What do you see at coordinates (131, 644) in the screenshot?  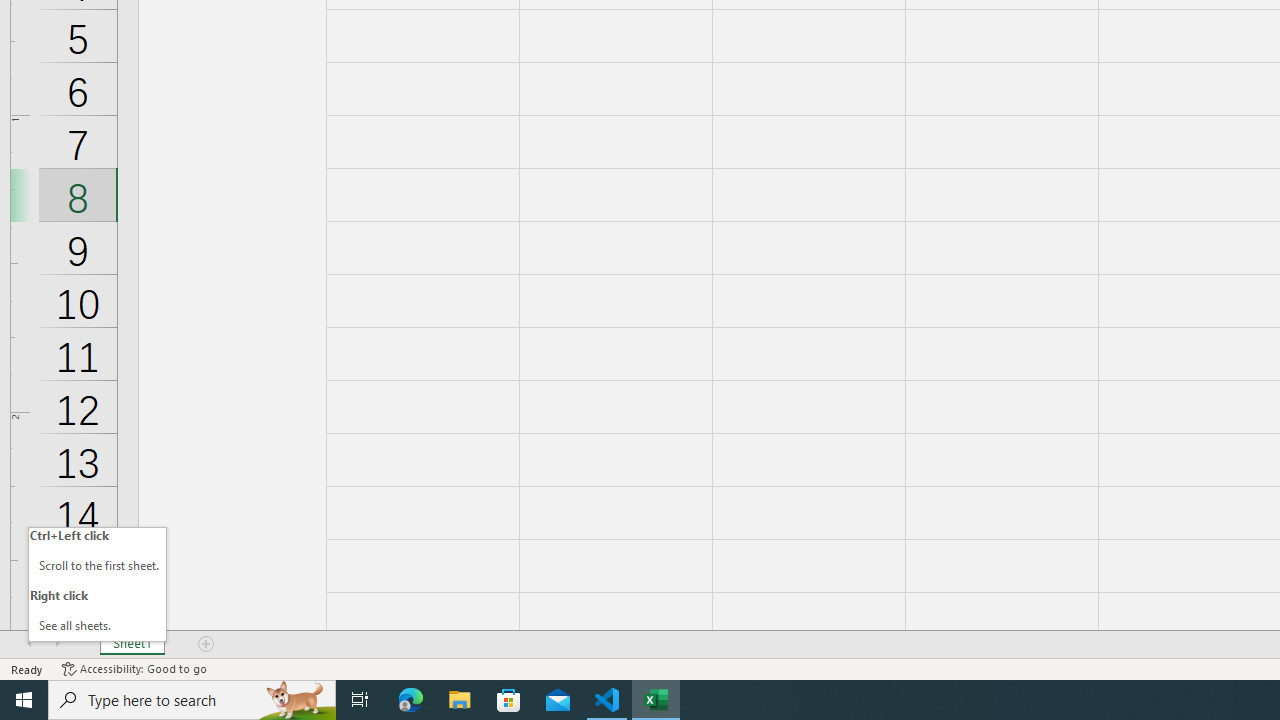 I see `'Sheet1'` at bounding box center [131, 644].